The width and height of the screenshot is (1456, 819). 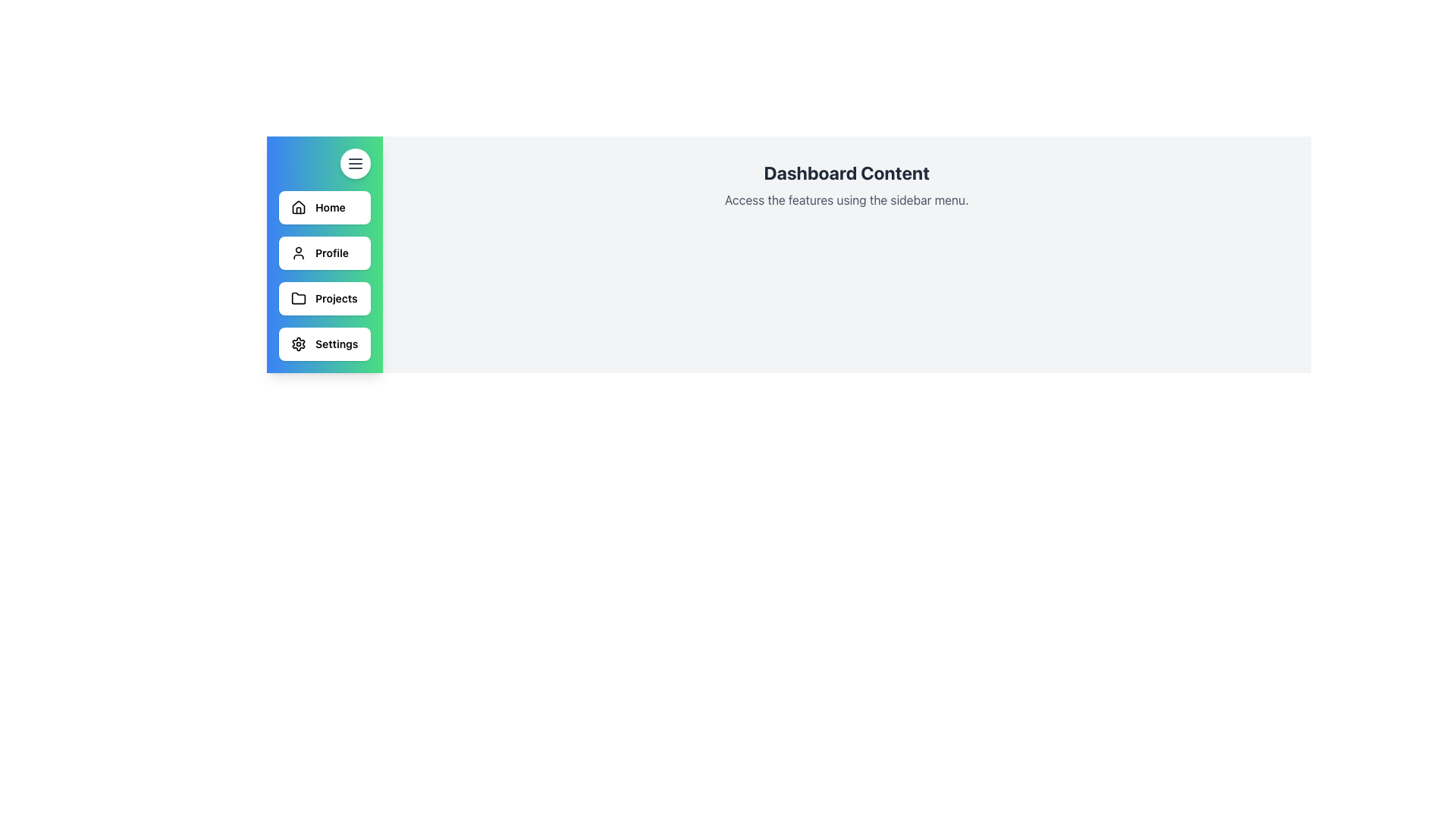 I want to click on the folder icon representing the Projects section in the sidebar menu, so click(x=298, y=298).